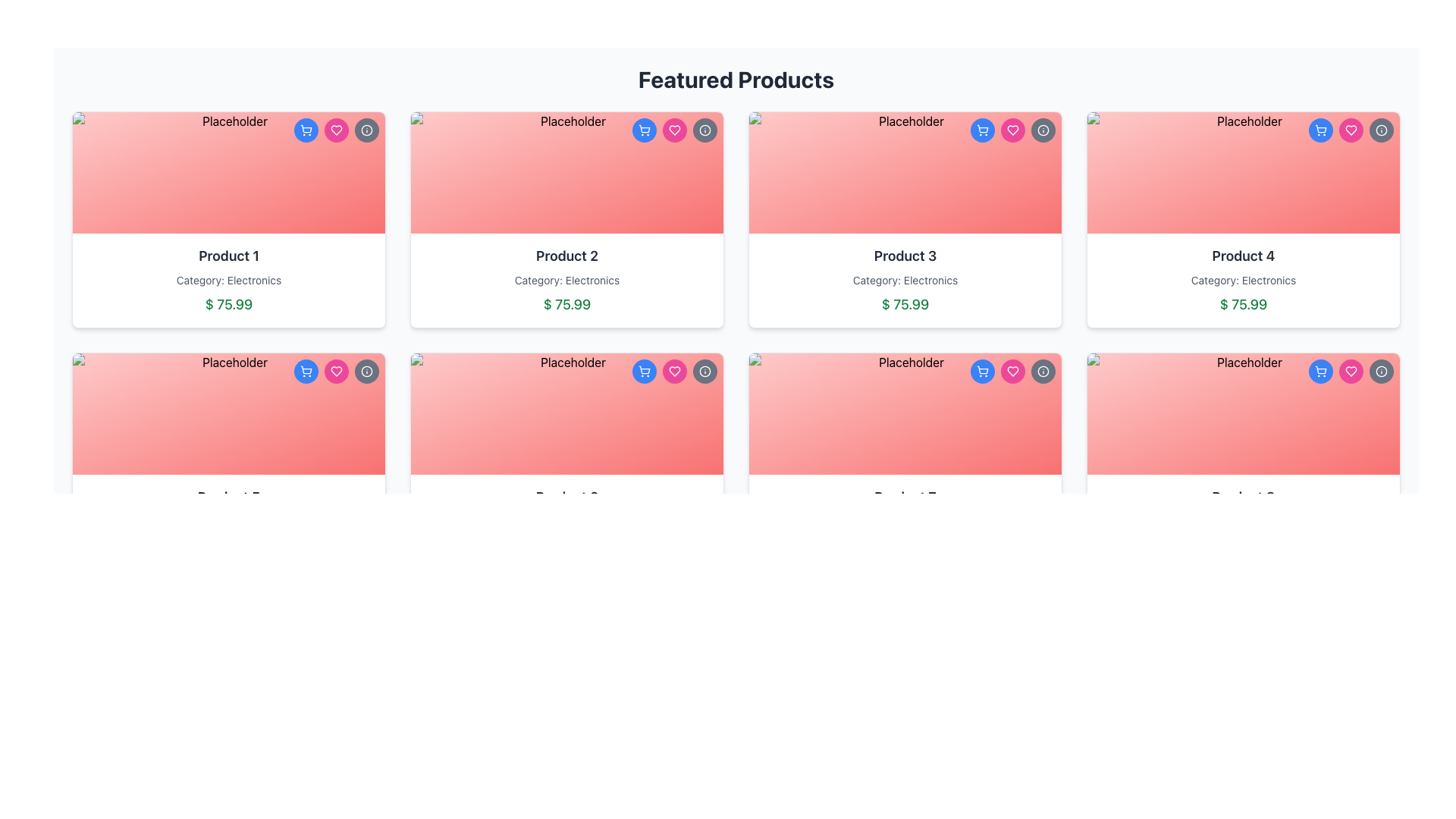 Image resolution: width=1456 pixels, height=819 pixels. Describe the element at coordinates (367, 130) in the screenshot. I see `the circular icon button located at the top-right corner of the 'Product 1' card` at that location.